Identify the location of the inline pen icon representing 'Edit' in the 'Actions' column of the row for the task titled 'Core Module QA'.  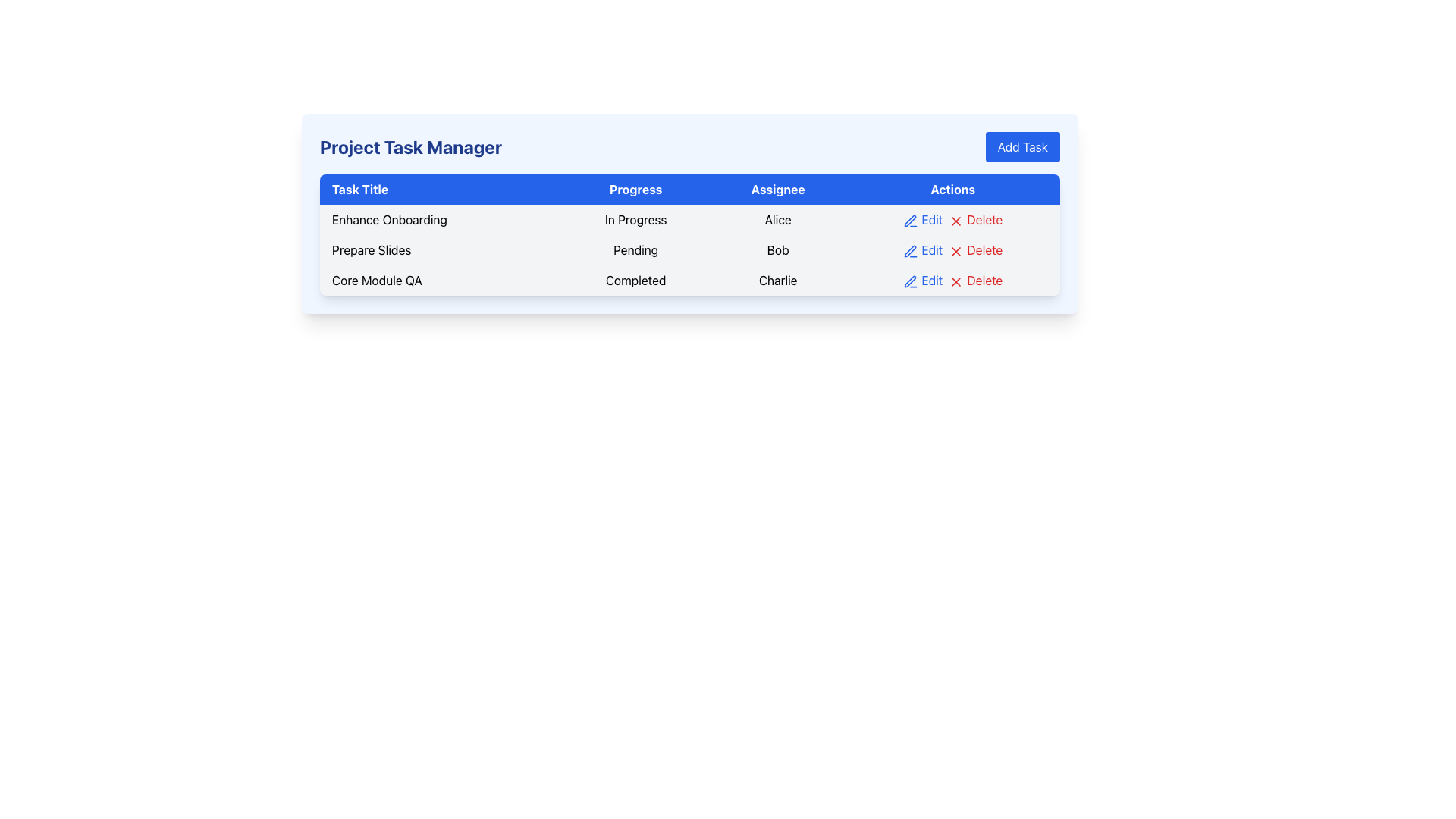
(910, 281).